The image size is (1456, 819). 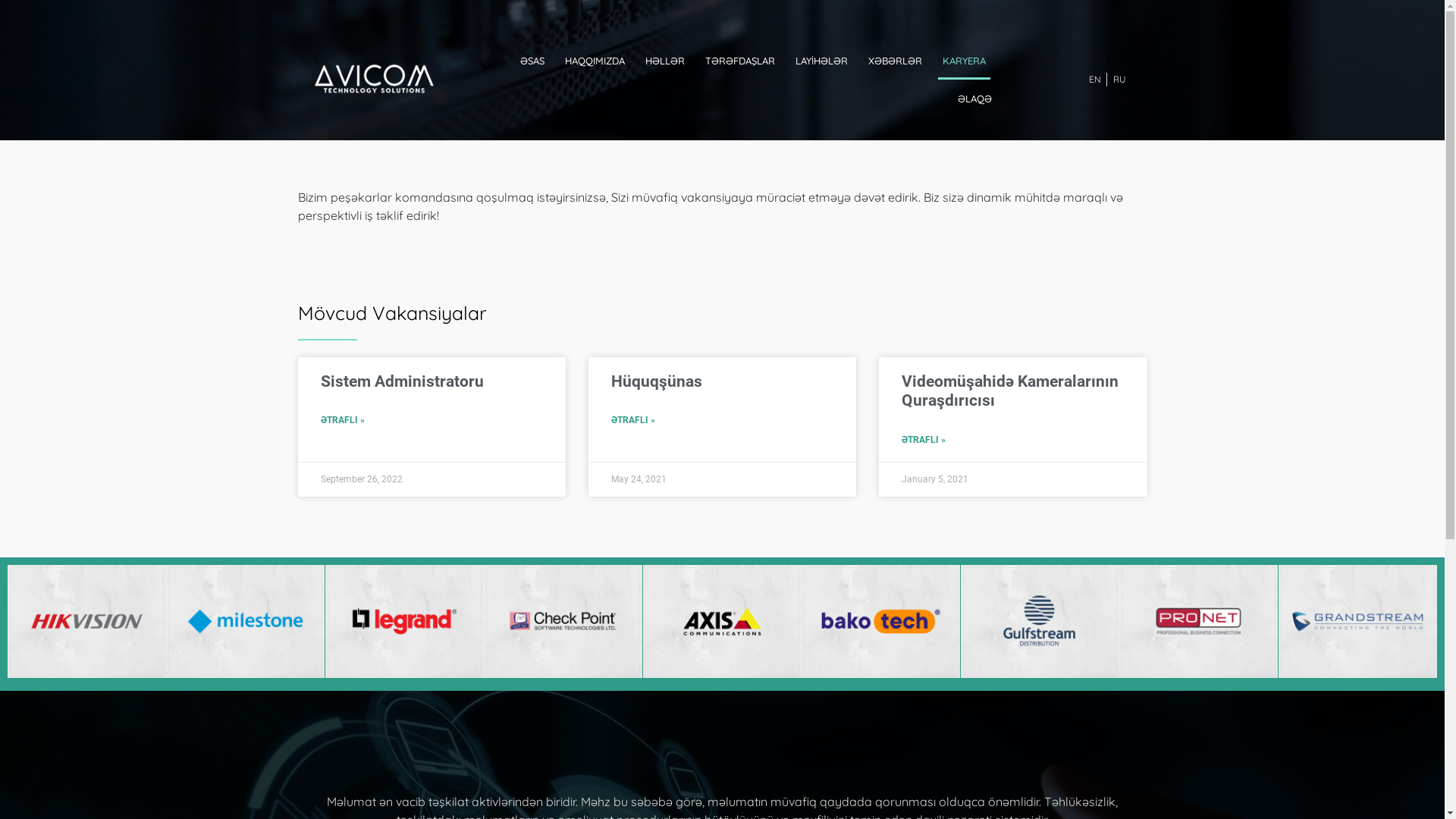 I want to click on 'KARYERA', so click(x=937, y=60).